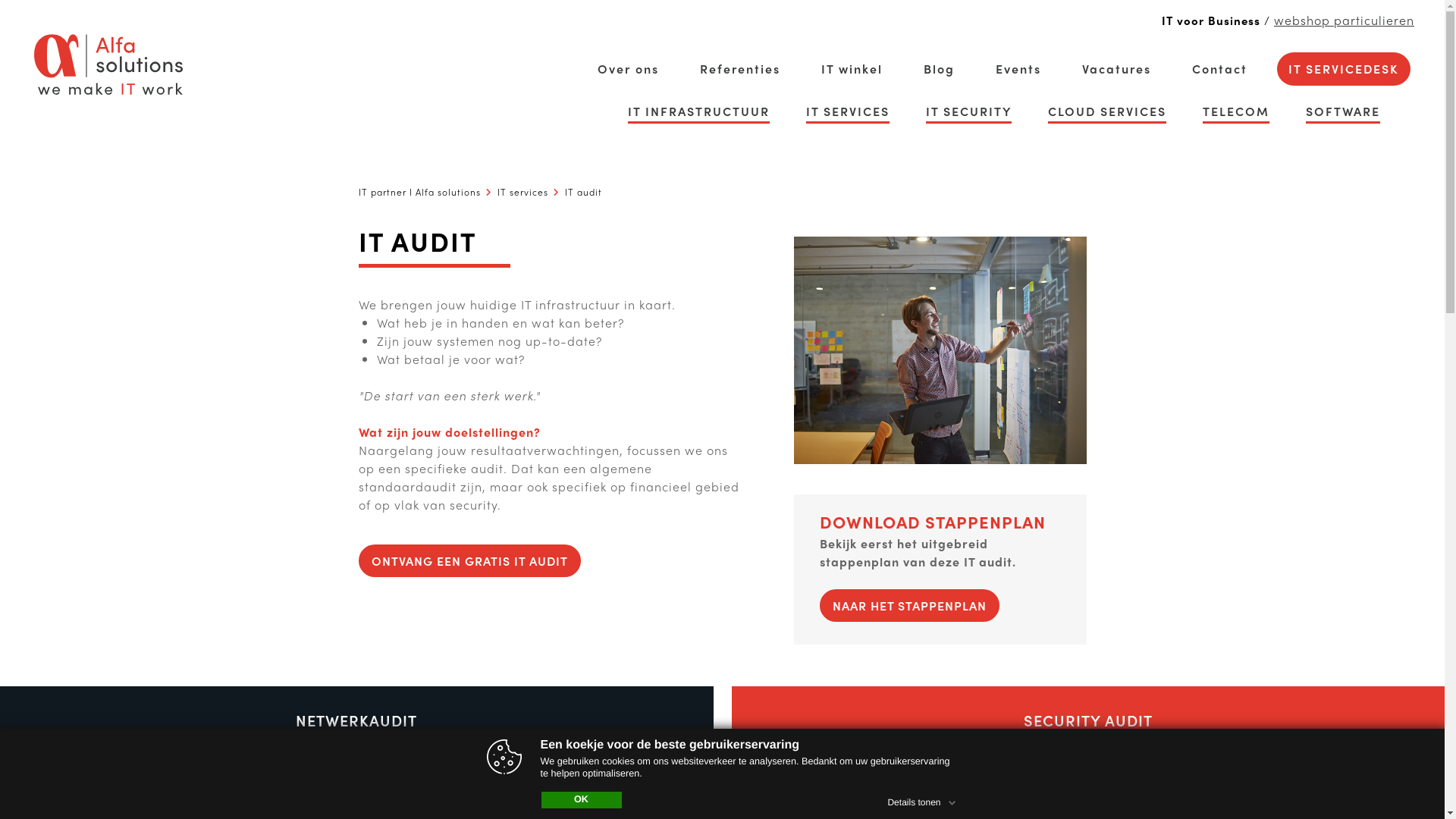  Describe the element at coordinates (821, 69) in the screenshot. I see `'IT winkel'` at that location.